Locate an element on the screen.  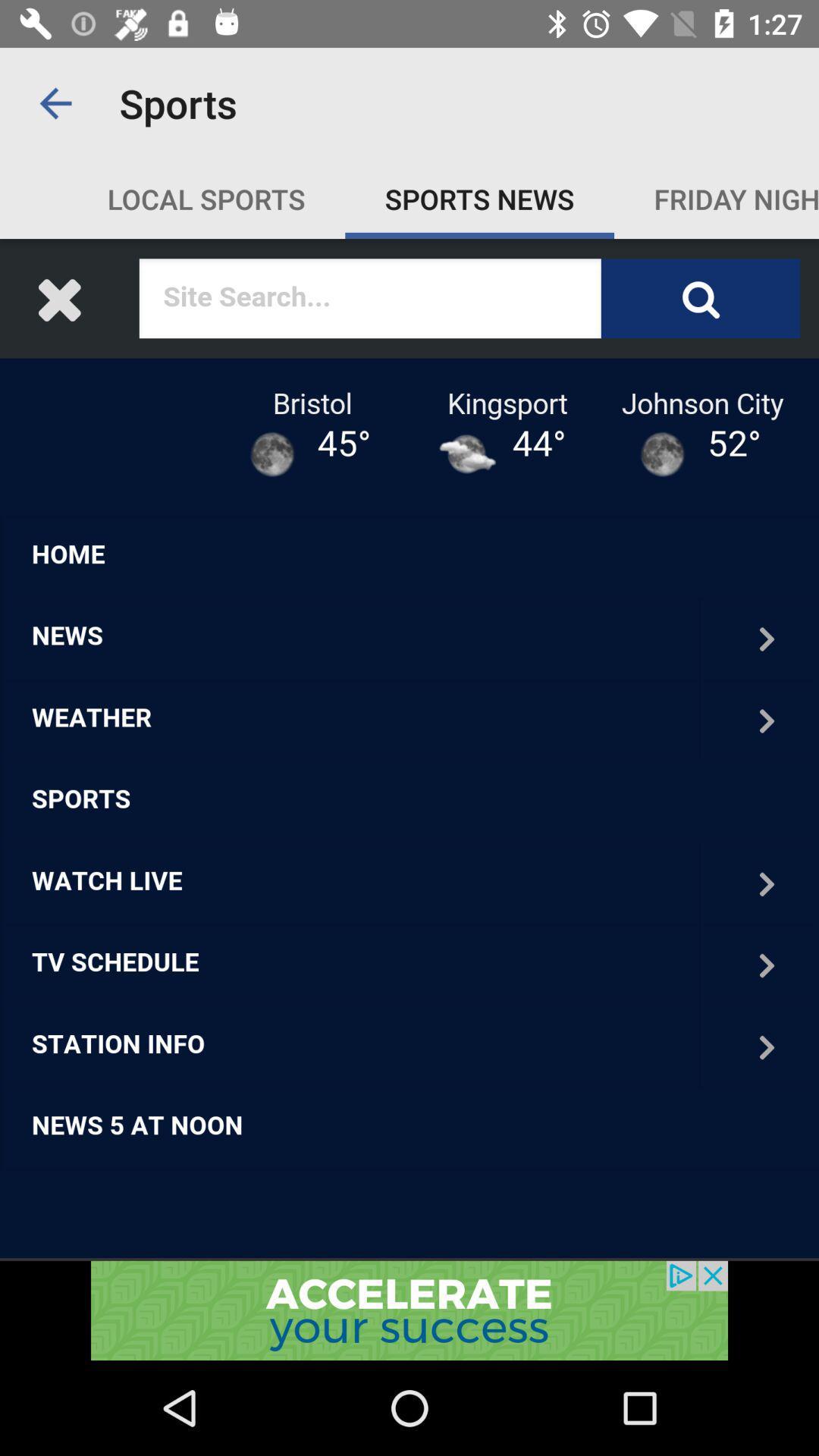
description is located at coordinates (409, 749).